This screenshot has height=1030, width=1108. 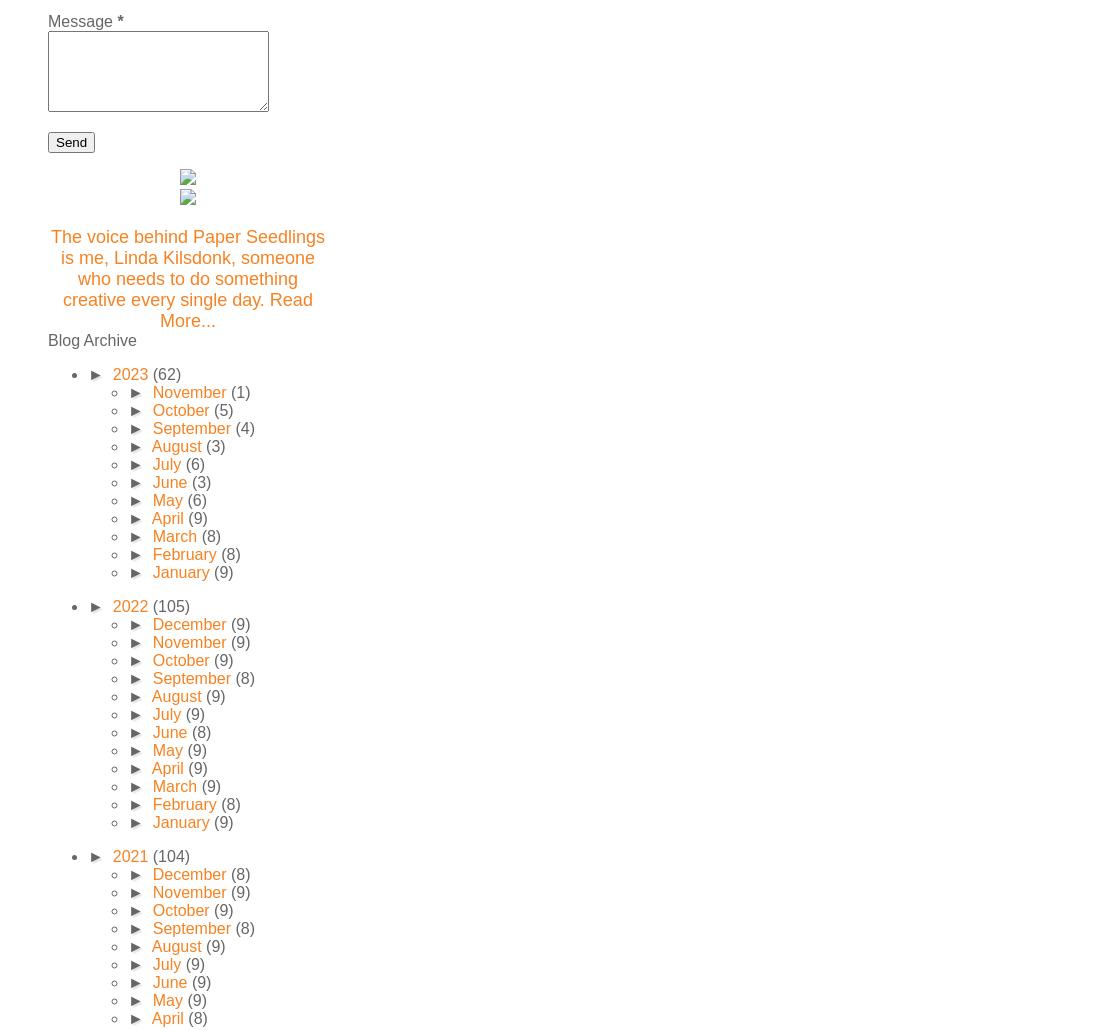 I want to click on '(5)', so click(x=223, y=410).